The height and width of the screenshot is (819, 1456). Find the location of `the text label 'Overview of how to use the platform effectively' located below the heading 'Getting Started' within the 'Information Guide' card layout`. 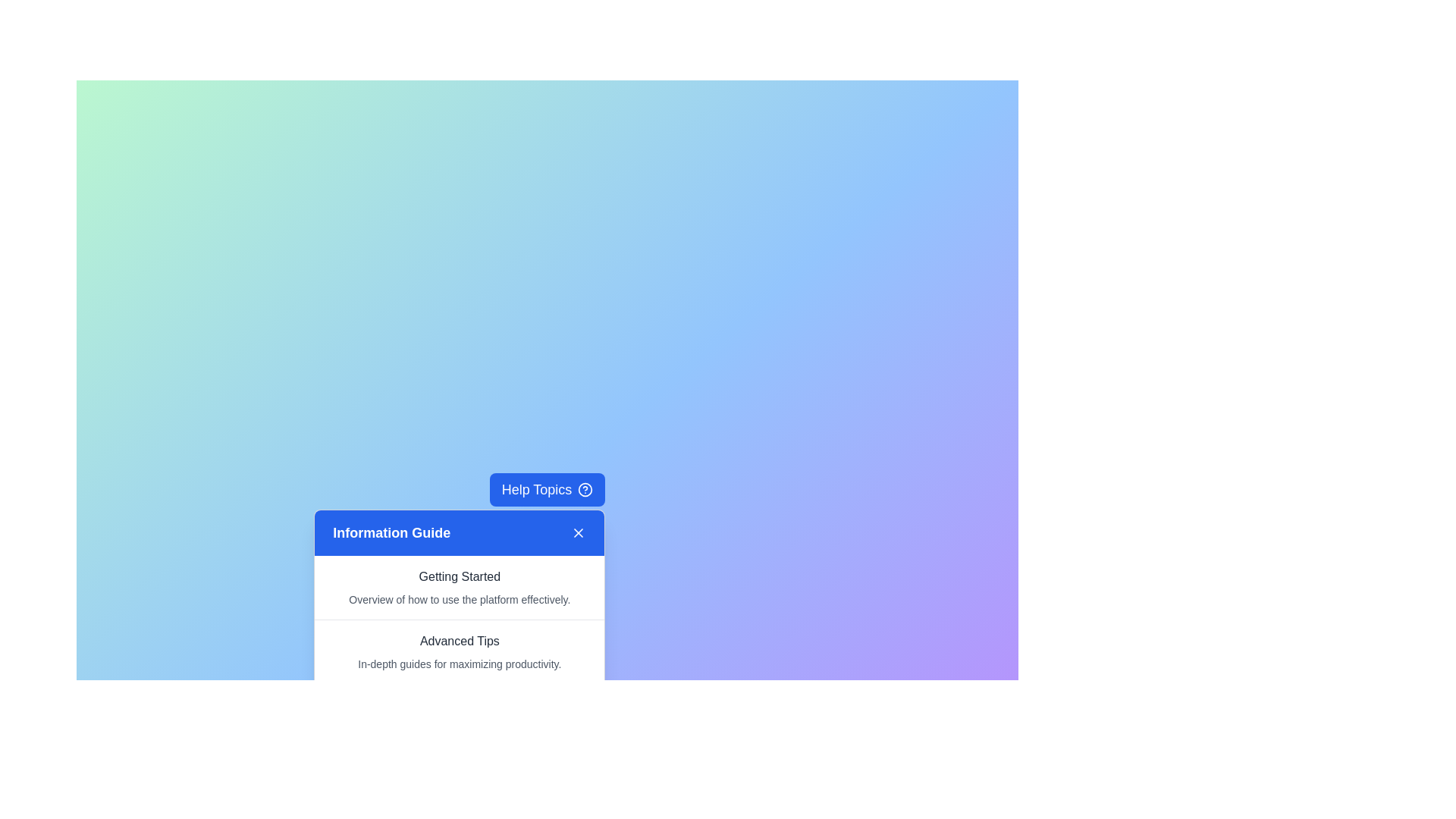

the text label 'Overview of how to use the platform effectively' located below the heading 'Getting Started' within the 'Information Guide' card layout is located at coordinates (459, 598).